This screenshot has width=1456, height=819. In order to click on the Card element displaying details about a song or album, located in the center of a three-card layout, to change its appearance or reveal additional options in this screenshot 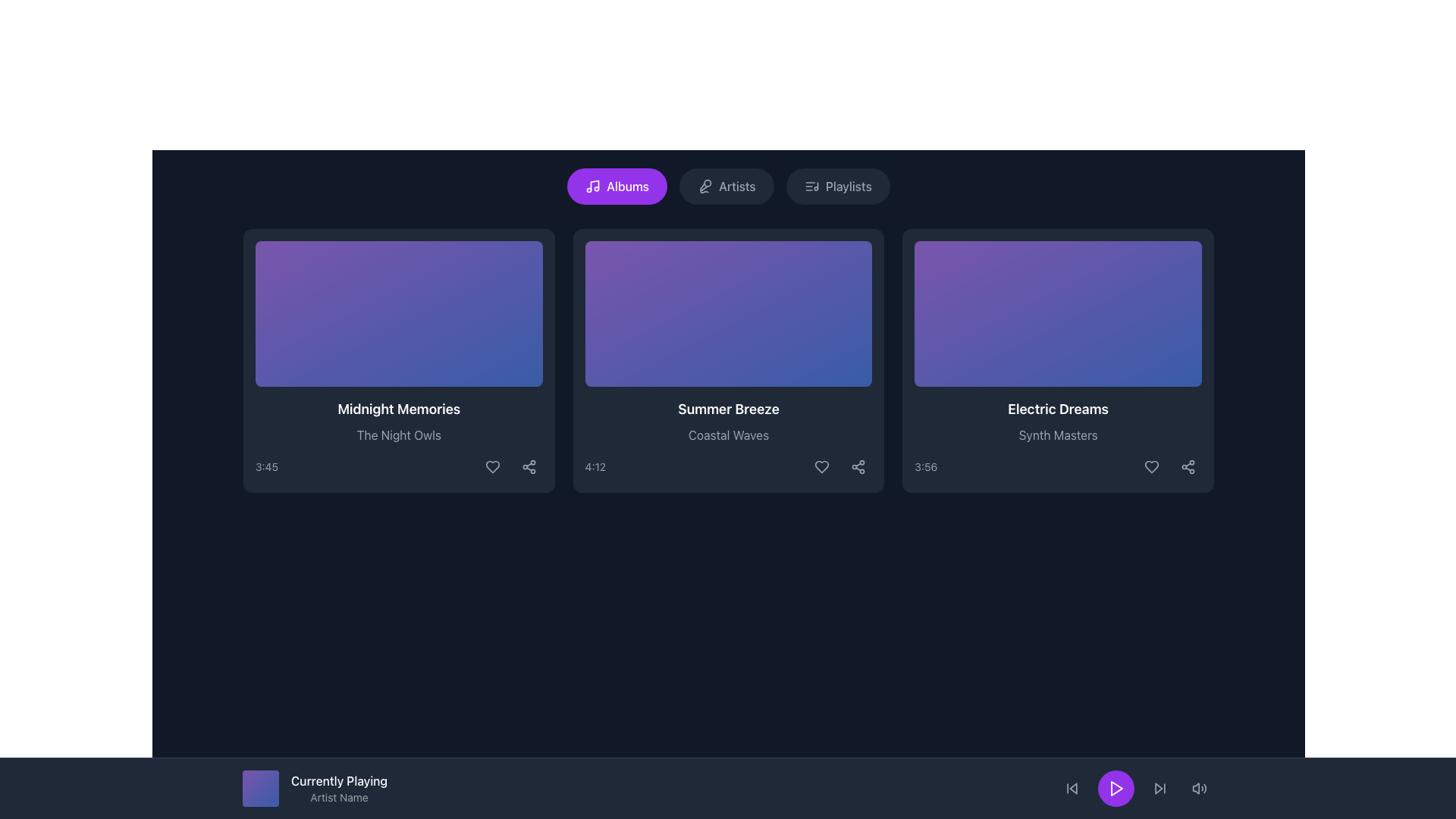, I will do `click(728, 360)`.